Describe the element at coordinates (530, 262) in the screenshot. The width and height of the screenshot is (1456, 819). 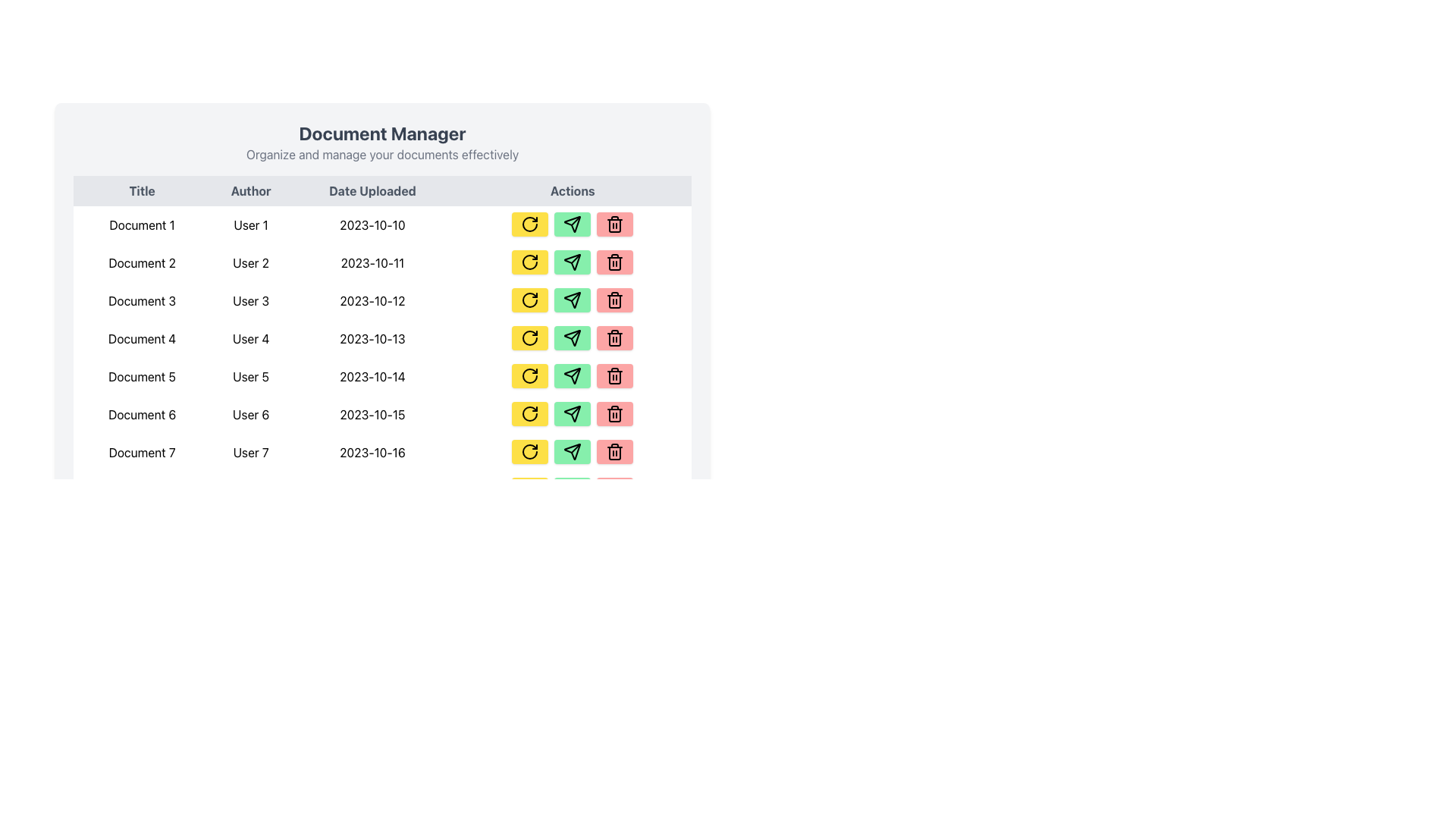
I see `the curved arrow icon with a black stroke inside a yellow circular background, located in the 'Actions' column for 'Document 2'` at that location.